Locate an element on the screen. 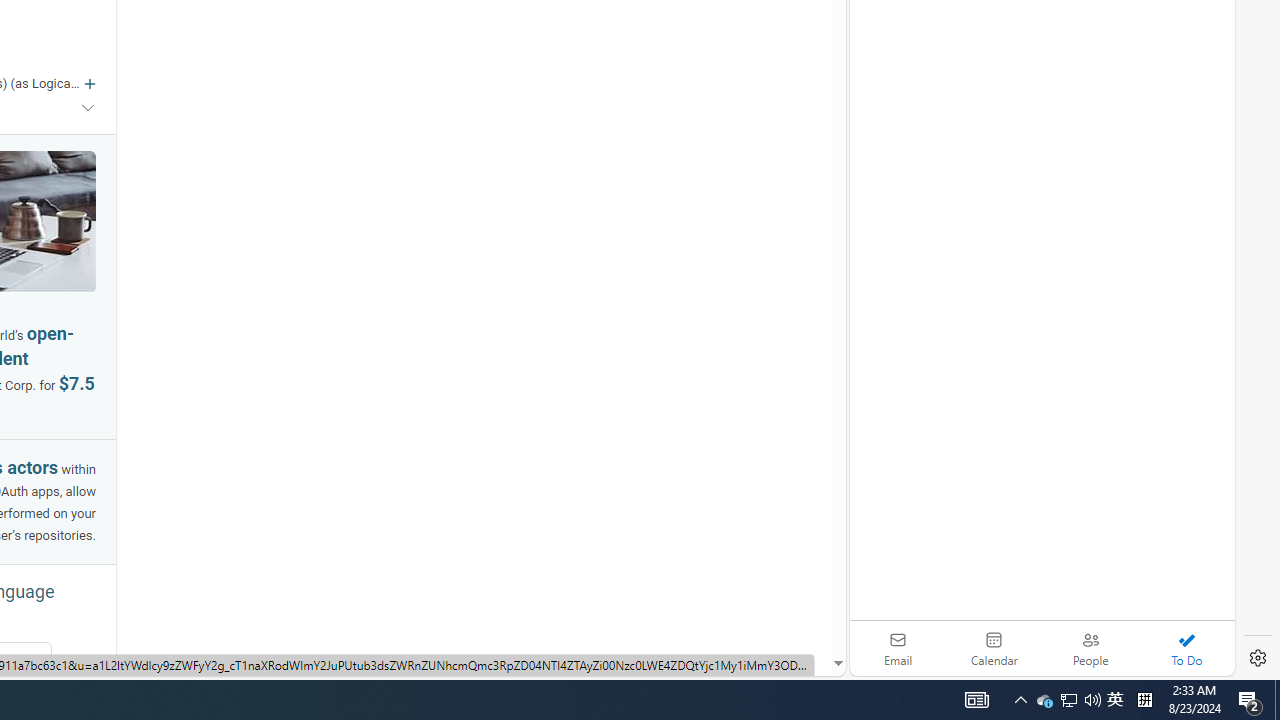 This screenshot has width=1280, height=720. 'Calendar. Date today is 22' is located at coordinates (994, 648).